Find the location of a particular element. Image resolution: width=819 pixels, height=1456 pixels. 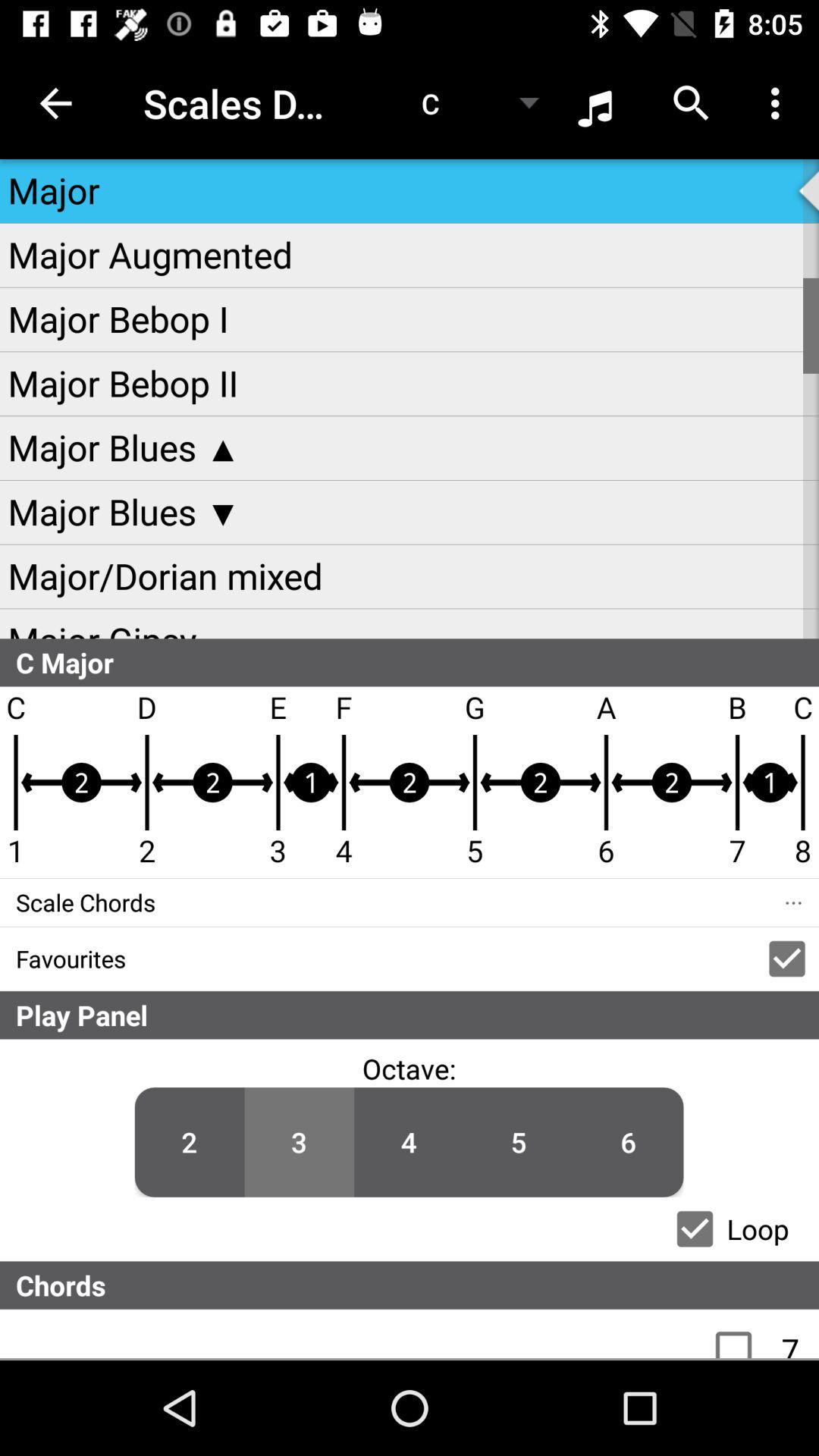

the search icon which is at the top right is located at coordinates (691, 103).